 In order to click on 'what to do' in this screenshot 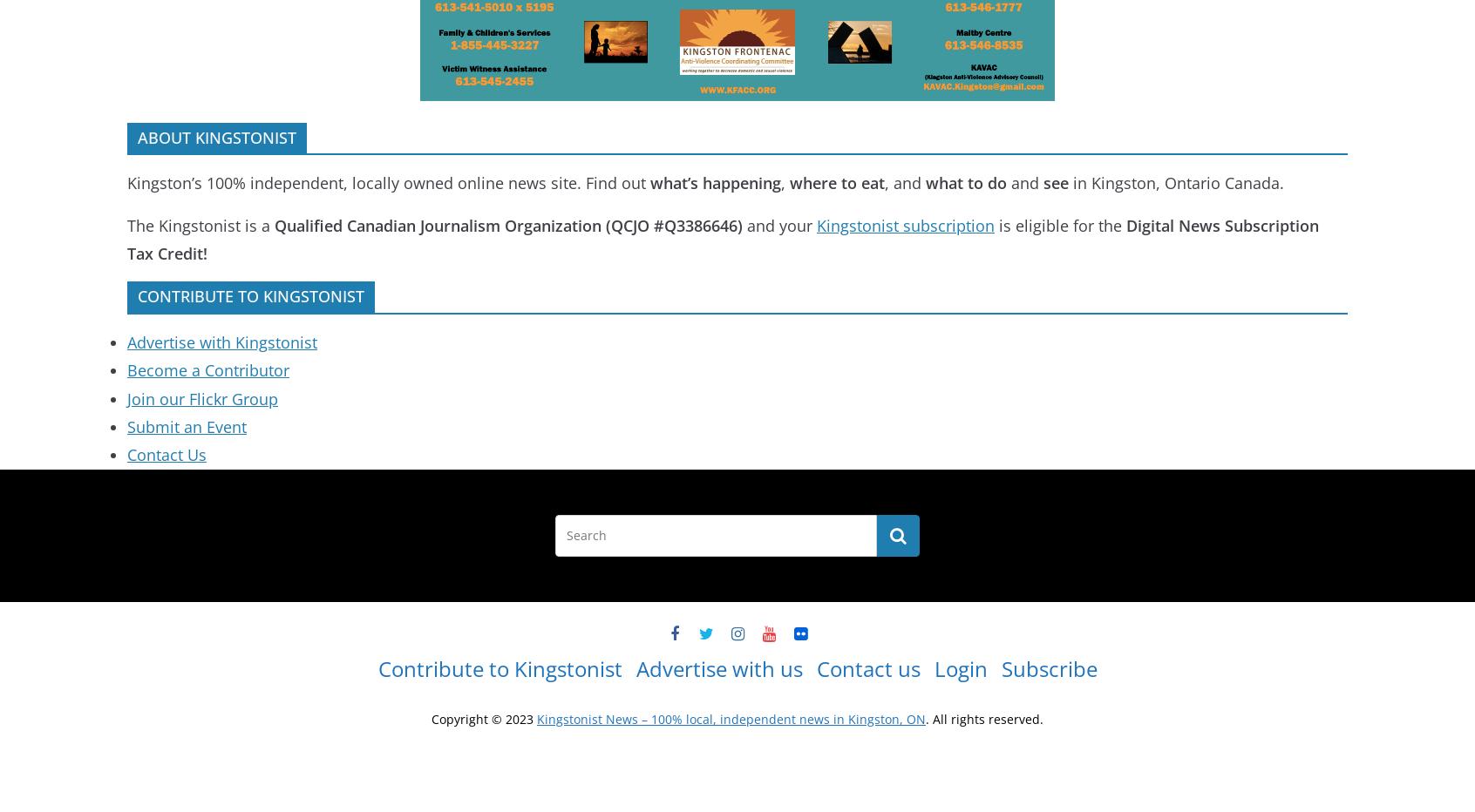, I will do `click(964, 182)`.